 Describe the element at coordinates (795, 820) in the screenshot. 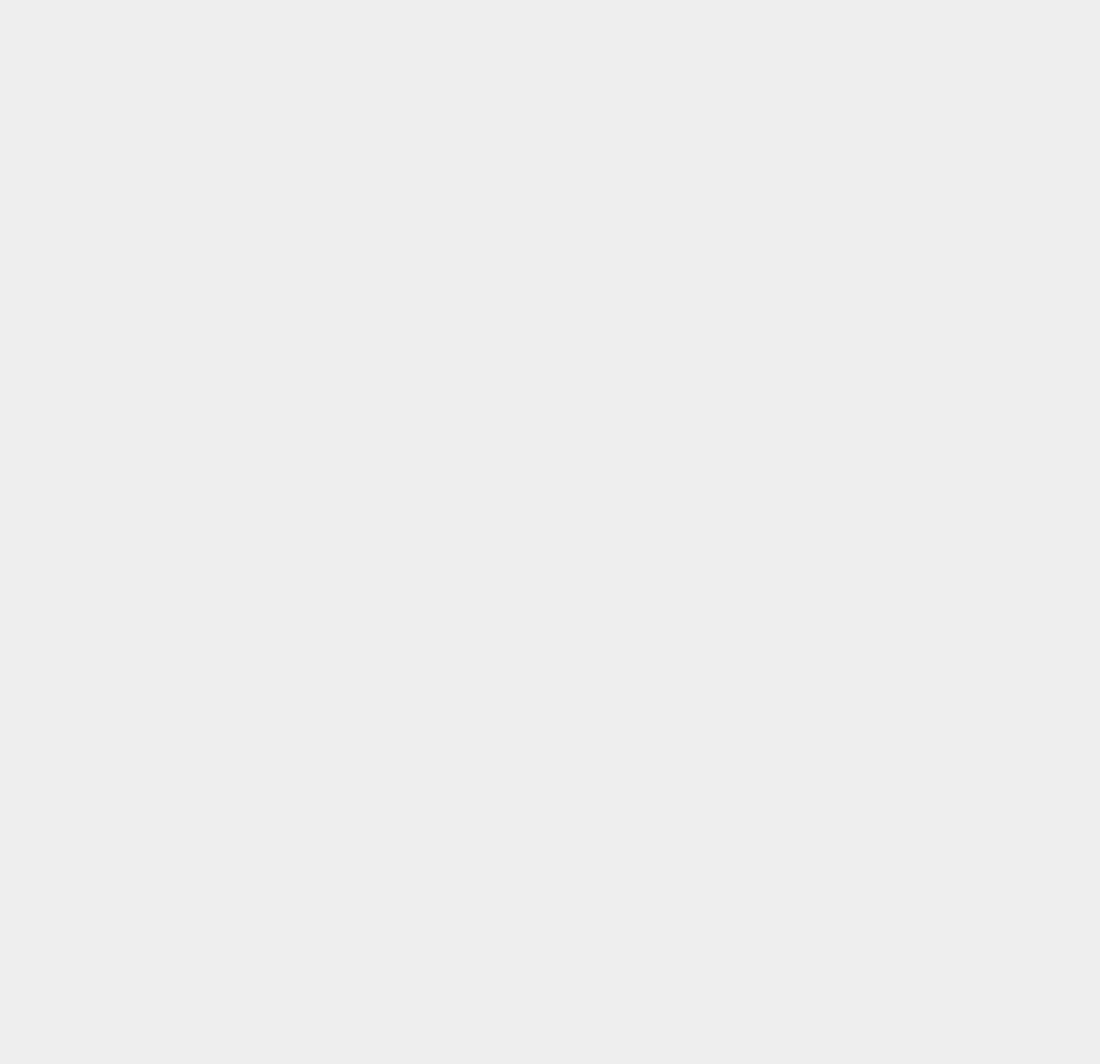

I see `'Nikon'` at that location.